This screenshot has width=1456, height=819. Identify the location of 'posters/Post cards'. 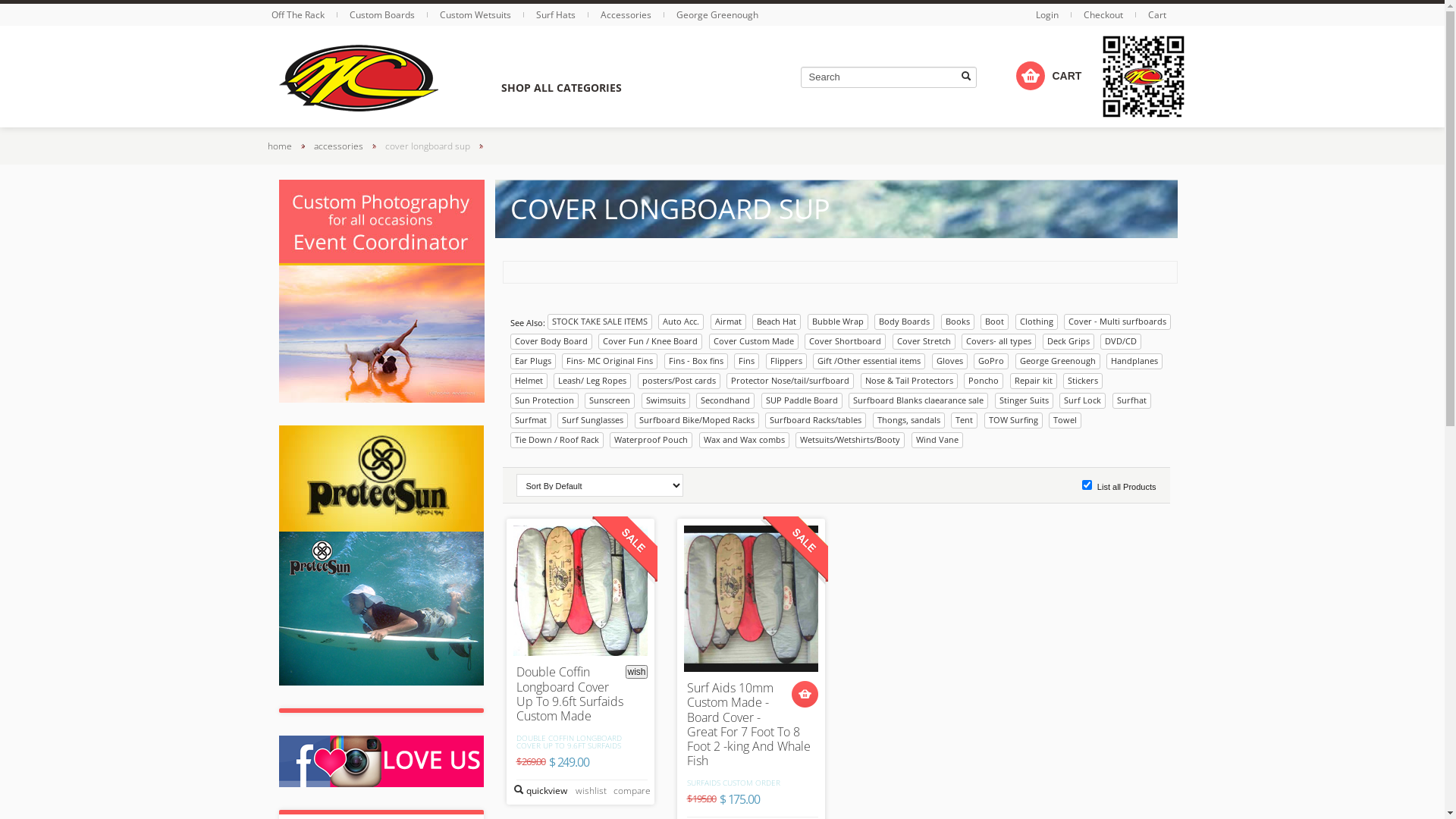
(677, 380).